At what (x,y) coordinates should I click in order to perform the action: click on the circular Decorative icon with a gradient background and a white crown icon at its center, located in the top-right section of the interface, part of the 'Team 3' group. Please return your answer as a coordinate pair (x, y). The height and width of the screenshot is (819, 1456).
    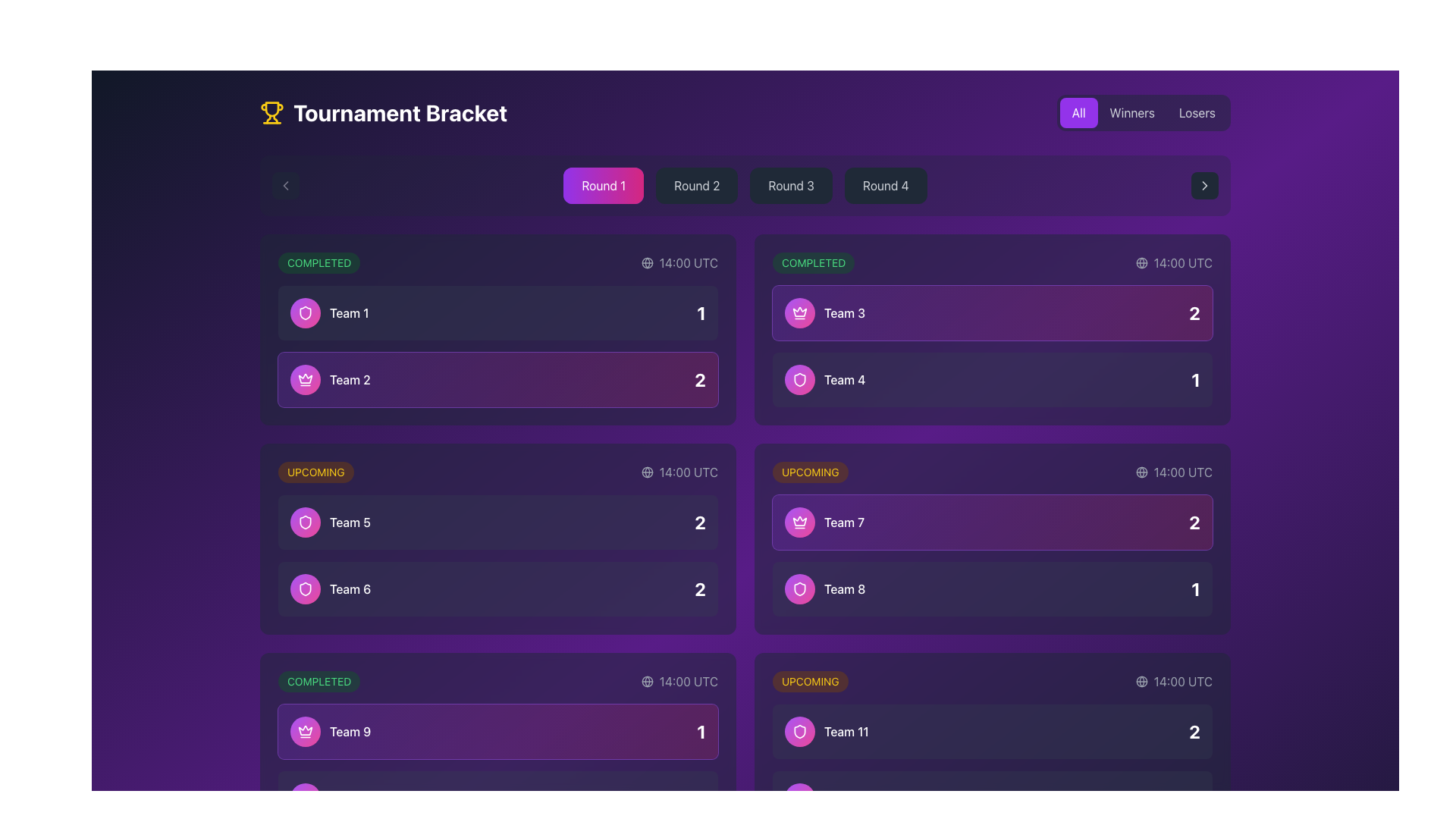
    Looking at the image, I should click on (799, 312).